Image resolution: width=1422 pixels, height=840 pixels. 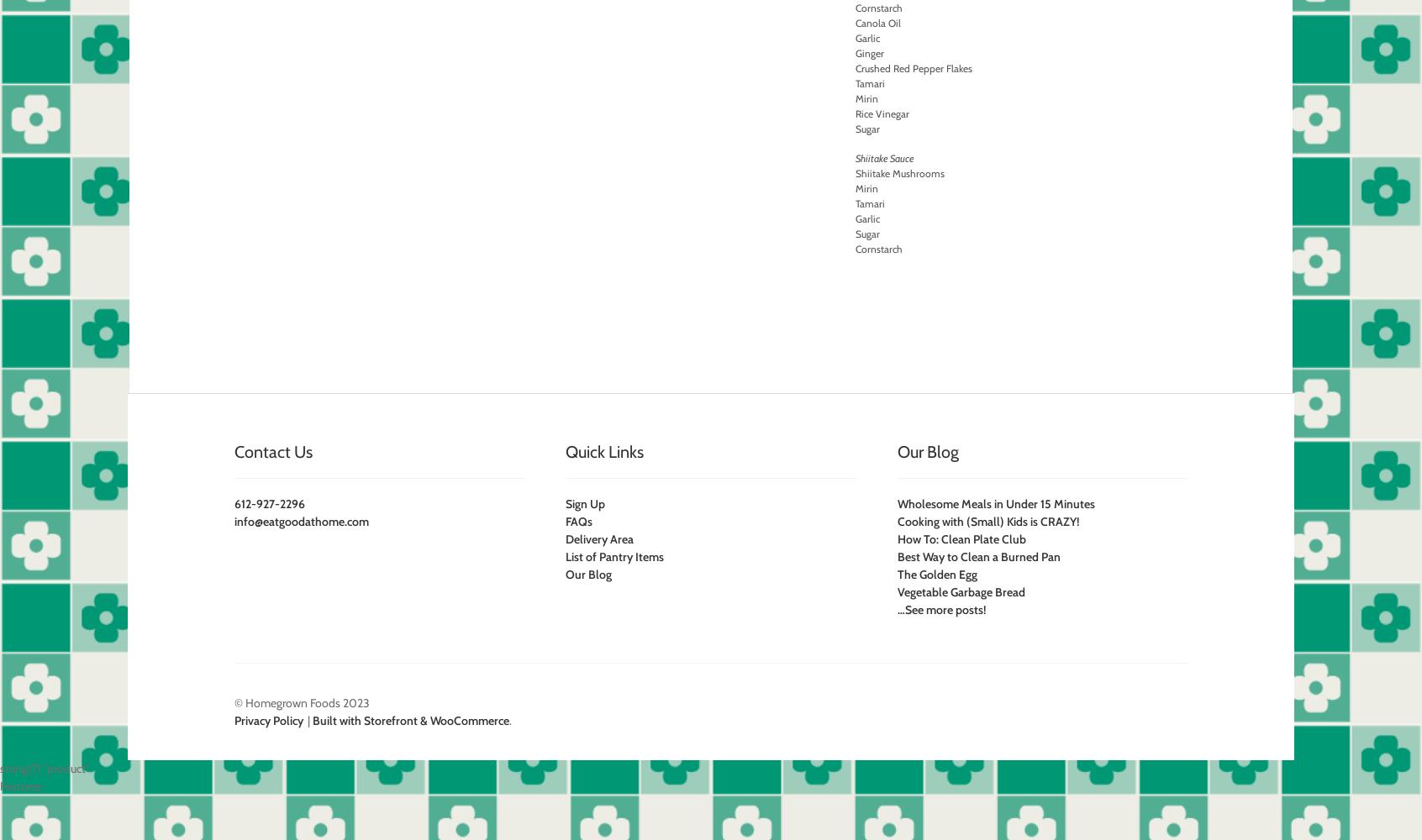 What do you see at coordinates (977, 557) in the screenshot?
I see `'Best Way to Clean a Burned Pan'` at bounding box center [977, 557].